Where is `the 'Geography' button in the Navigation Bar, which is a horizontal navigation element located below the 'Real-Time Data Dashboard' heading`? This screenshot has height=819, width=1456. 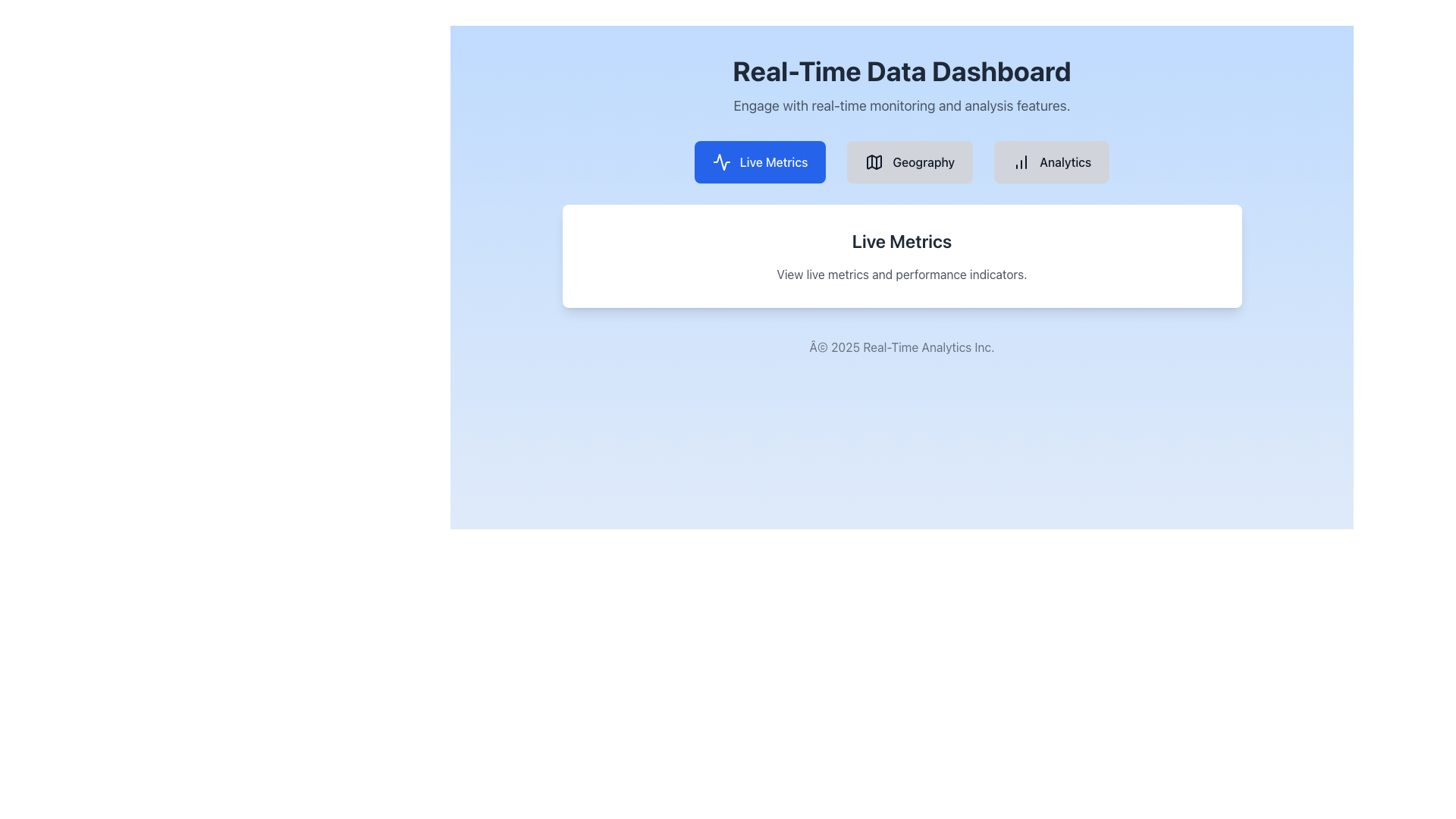
the 'Geography' button in the Navigation Bar, which is a horizontal navigation element located below the 'Real-Time Data Dashboard' heading is located at coordinates (902, 162).